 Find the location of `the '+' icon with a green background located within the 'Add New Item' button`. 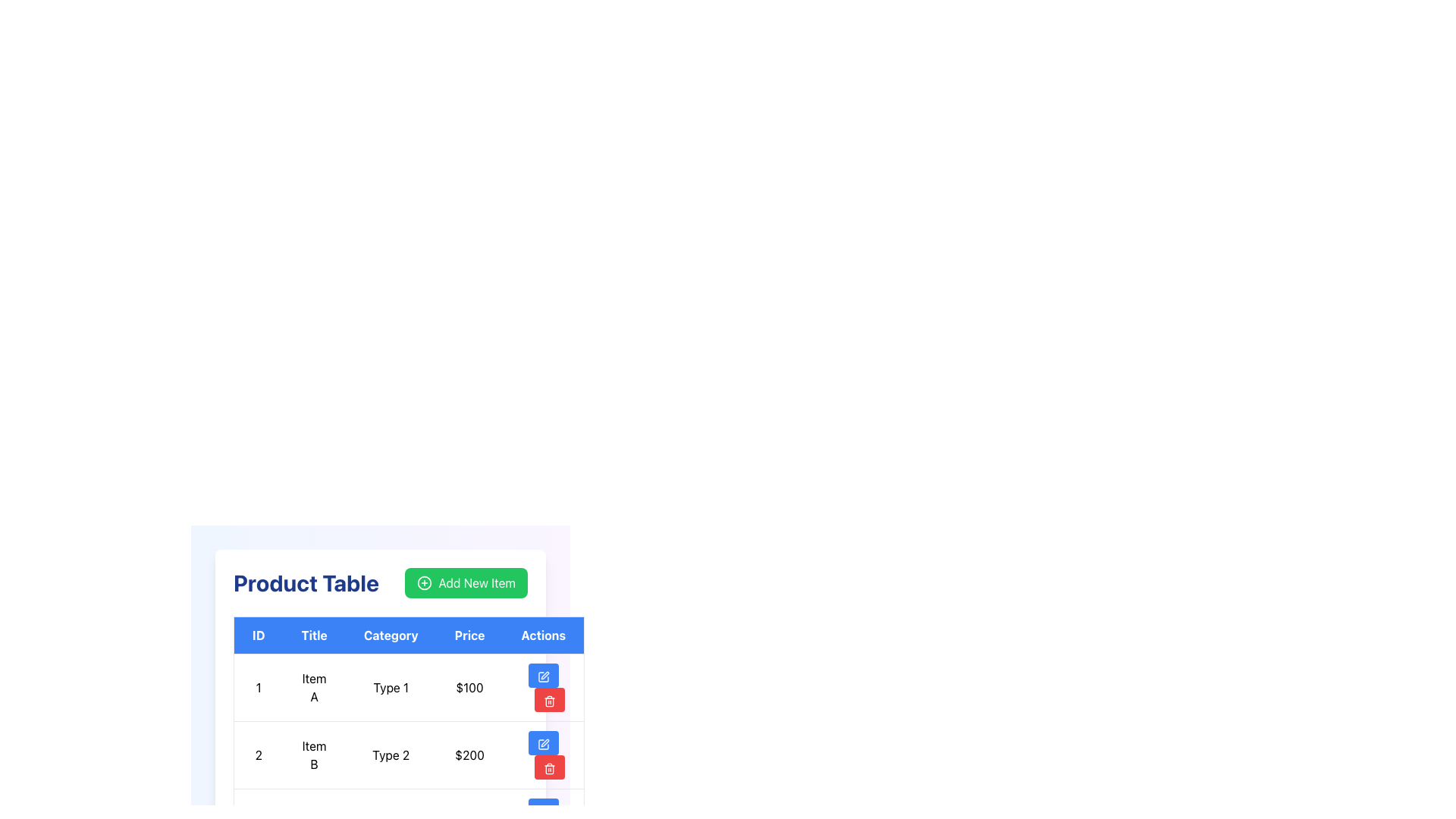

the '+' icon with a green background located within the 'Add New Item' button is located at coordinates (425, 582).